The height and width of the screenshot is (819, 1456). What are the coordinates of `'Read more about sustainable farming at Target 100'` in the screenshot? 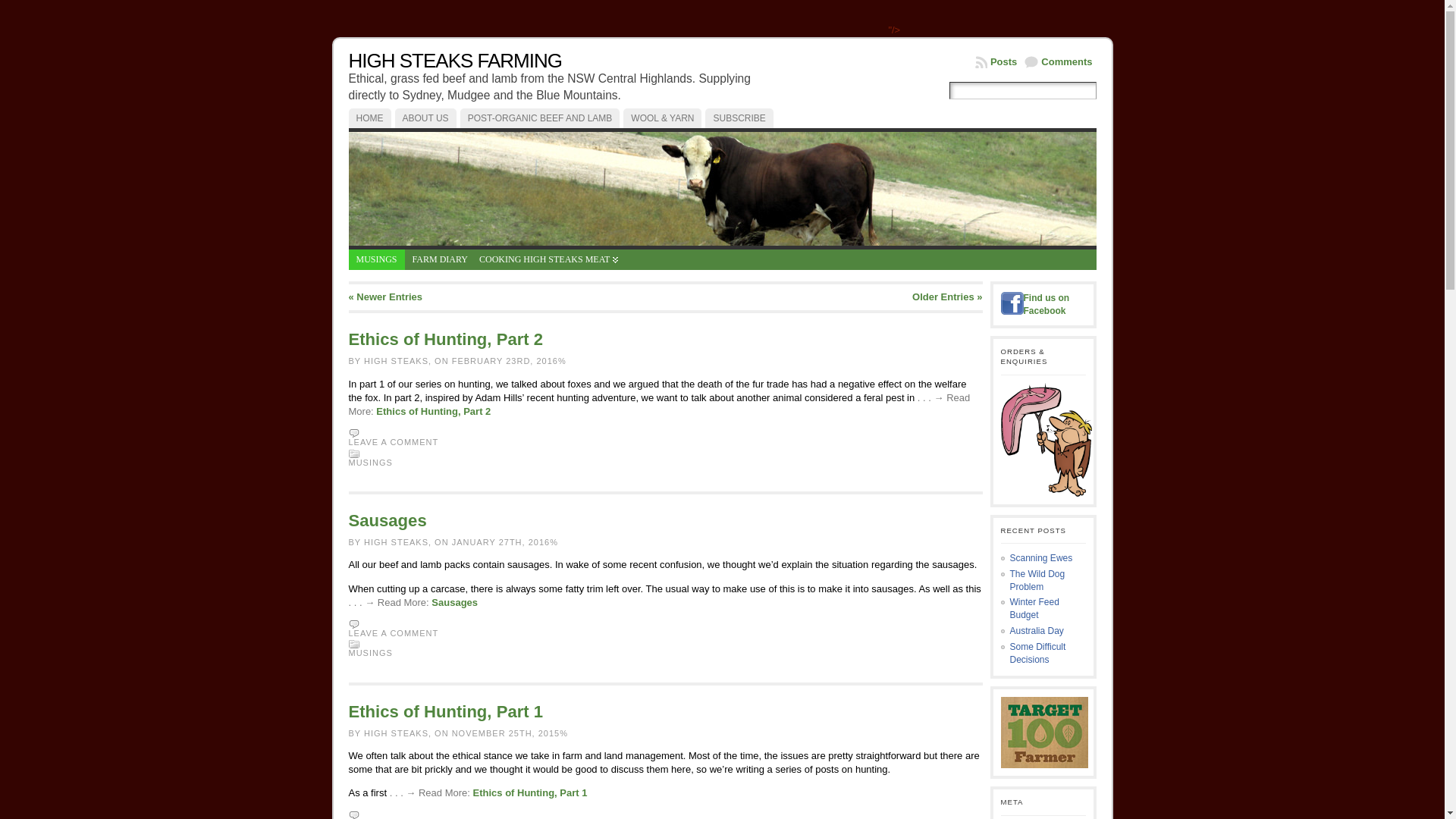 It's located at (1001, 731).